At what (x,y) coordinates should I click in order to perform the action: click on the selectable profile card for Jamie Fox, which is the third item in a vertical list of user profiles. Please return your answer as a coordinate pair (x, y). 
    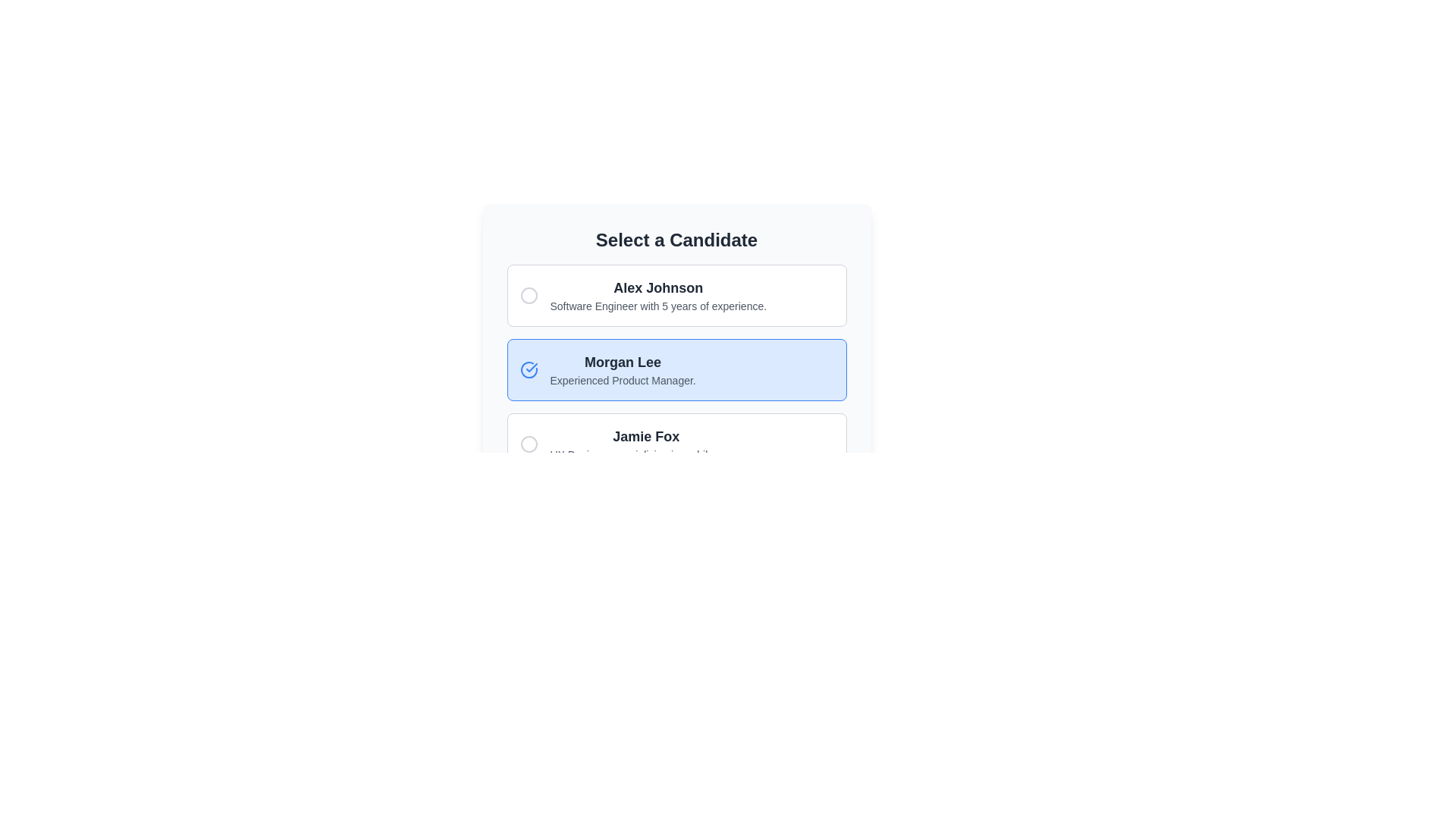
    Looking at the image, I should click on (676, 444).